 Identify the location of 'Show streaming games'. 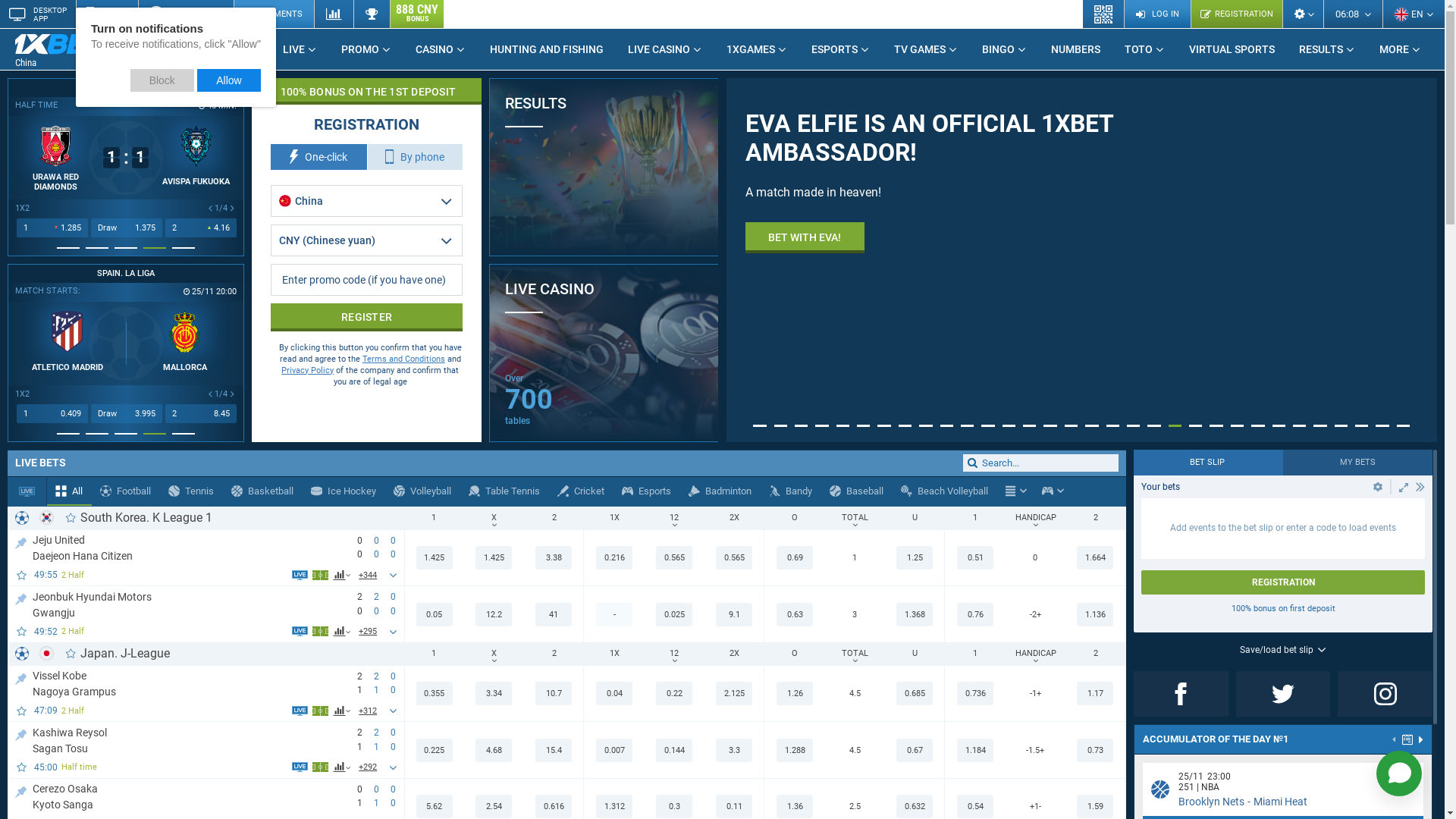
(27, 491).